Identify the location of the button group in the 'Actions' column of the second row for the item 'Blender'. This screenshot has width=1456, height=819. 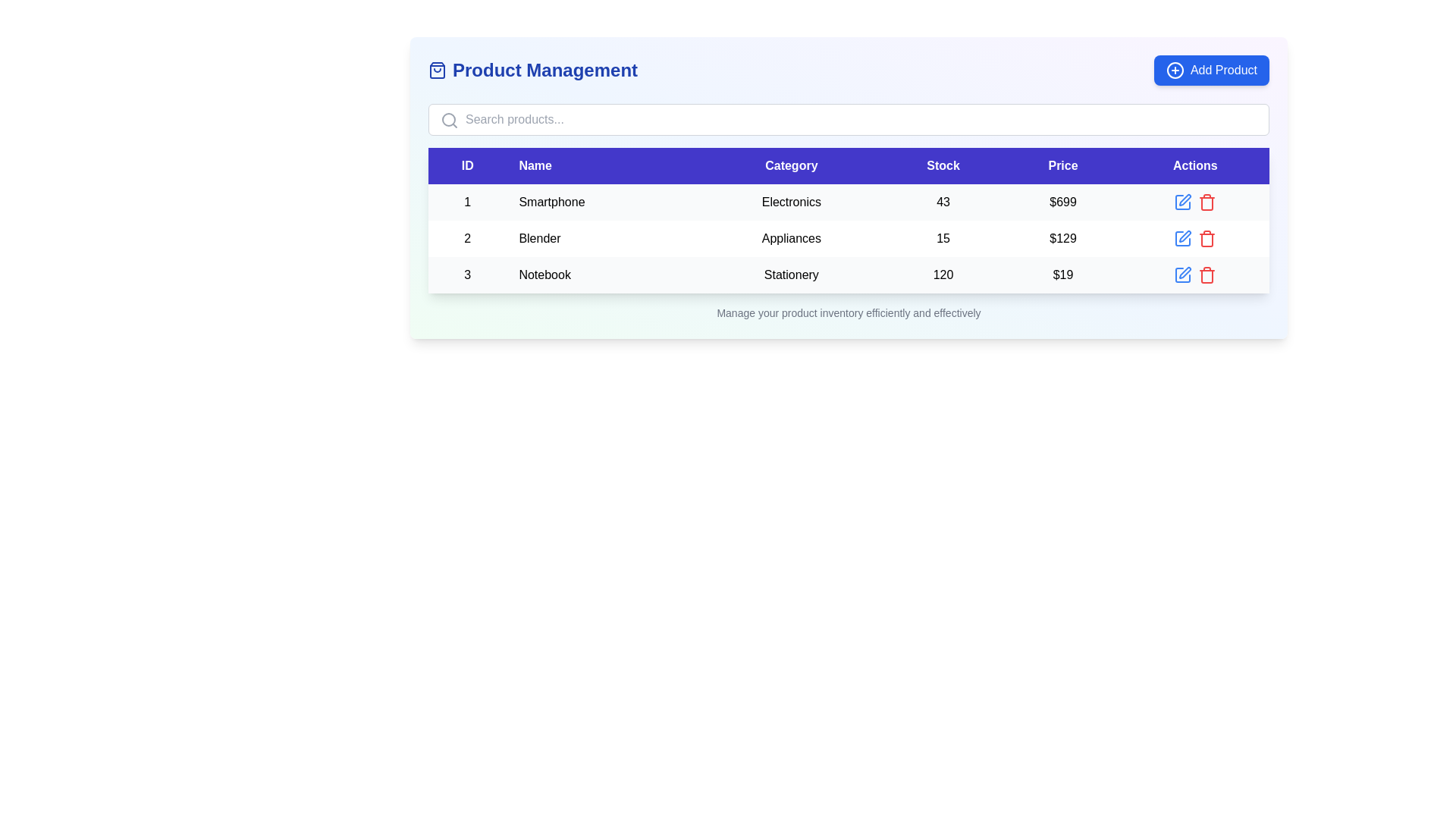
(1194, 239).